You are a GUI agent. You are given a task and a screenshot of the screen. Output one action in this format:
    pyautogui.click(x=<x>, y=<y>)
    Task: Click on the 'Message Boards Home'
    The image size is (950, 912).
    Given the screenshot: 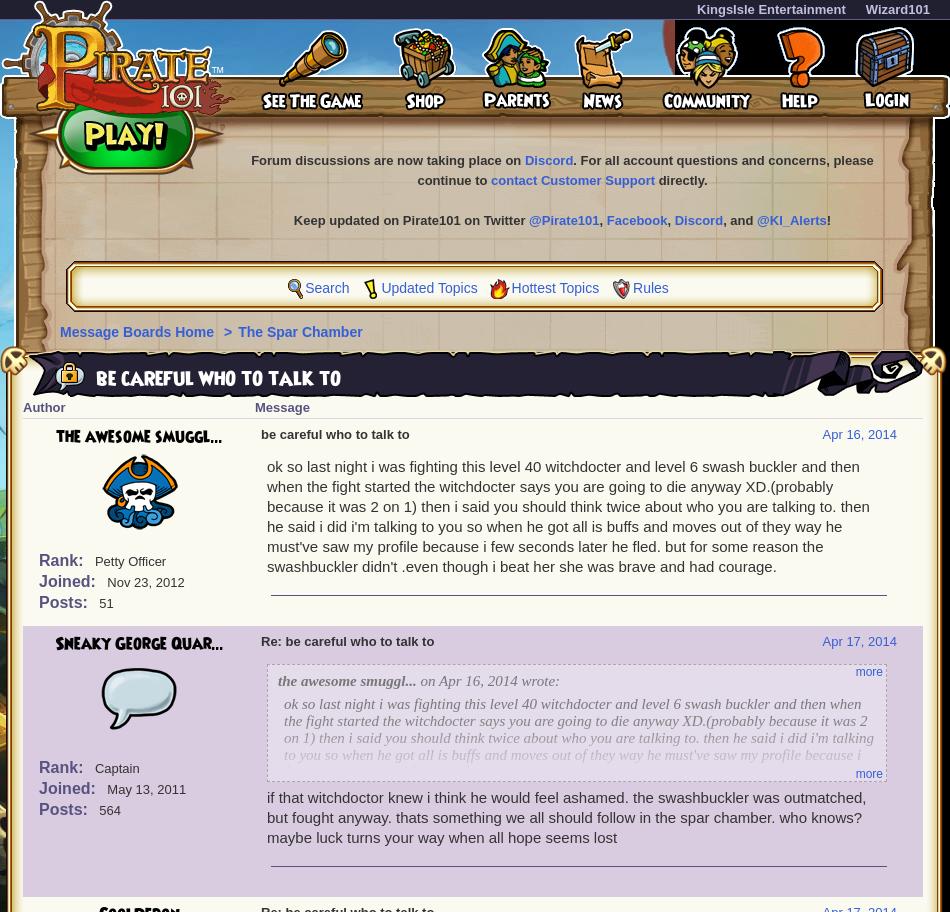 What is the action you would take?
    pyautogui.click(x=138, y=331)
    